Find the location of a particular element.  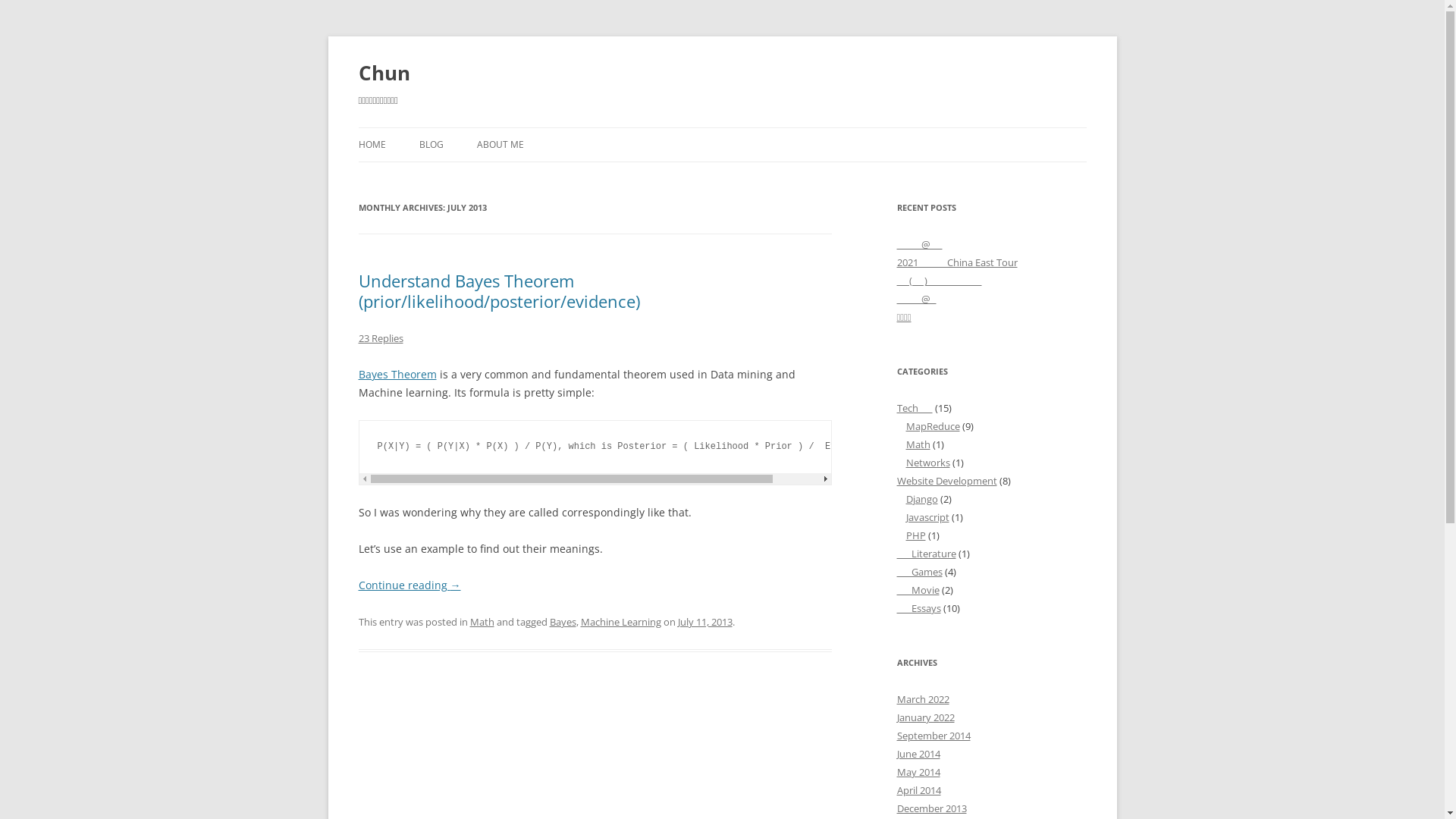

'May 2014' is located at coordinates (917, 772).